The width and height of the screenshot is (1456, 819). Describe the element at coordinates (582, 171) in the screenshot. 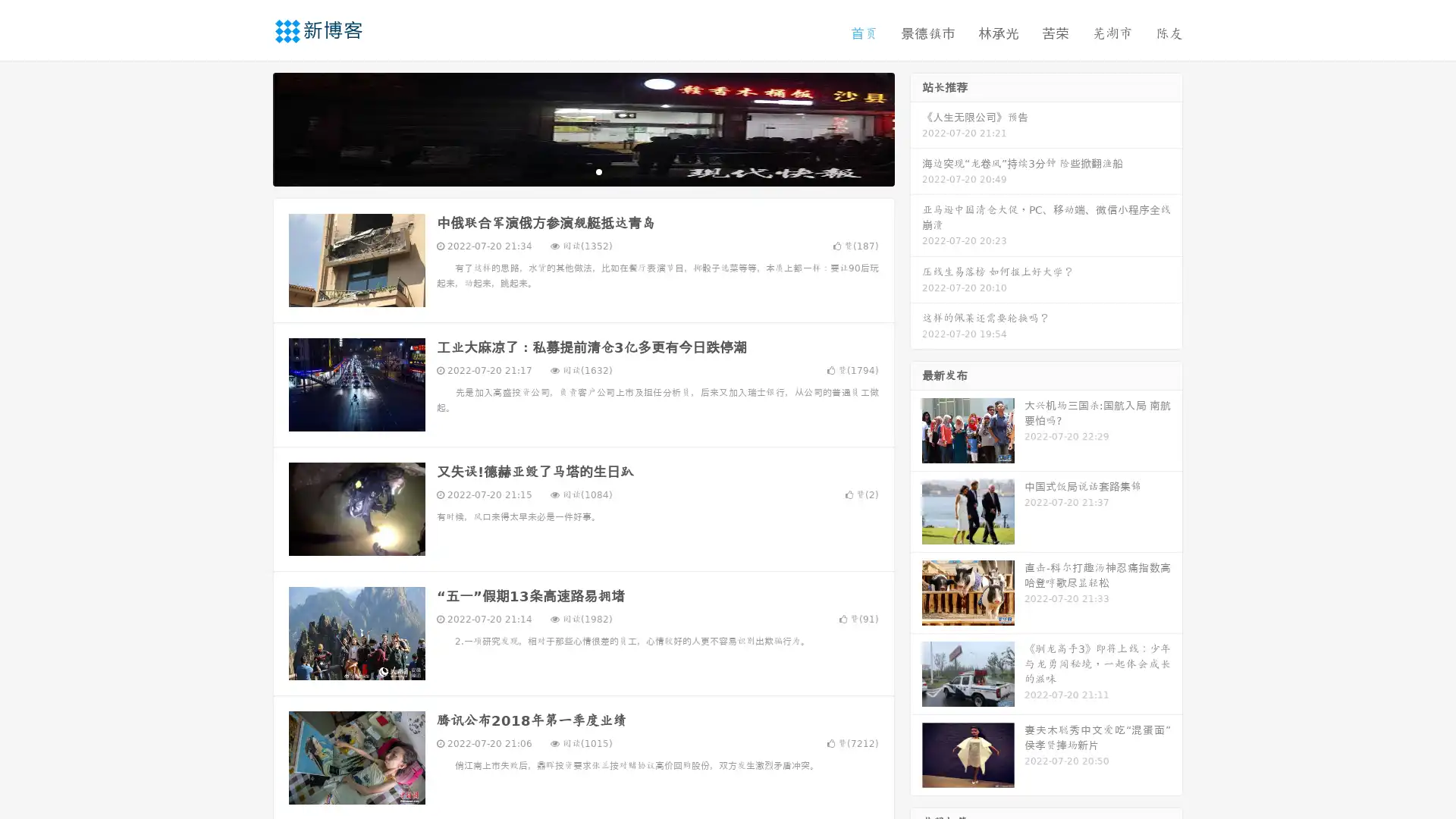

I see `Go to slide 2` at that location.